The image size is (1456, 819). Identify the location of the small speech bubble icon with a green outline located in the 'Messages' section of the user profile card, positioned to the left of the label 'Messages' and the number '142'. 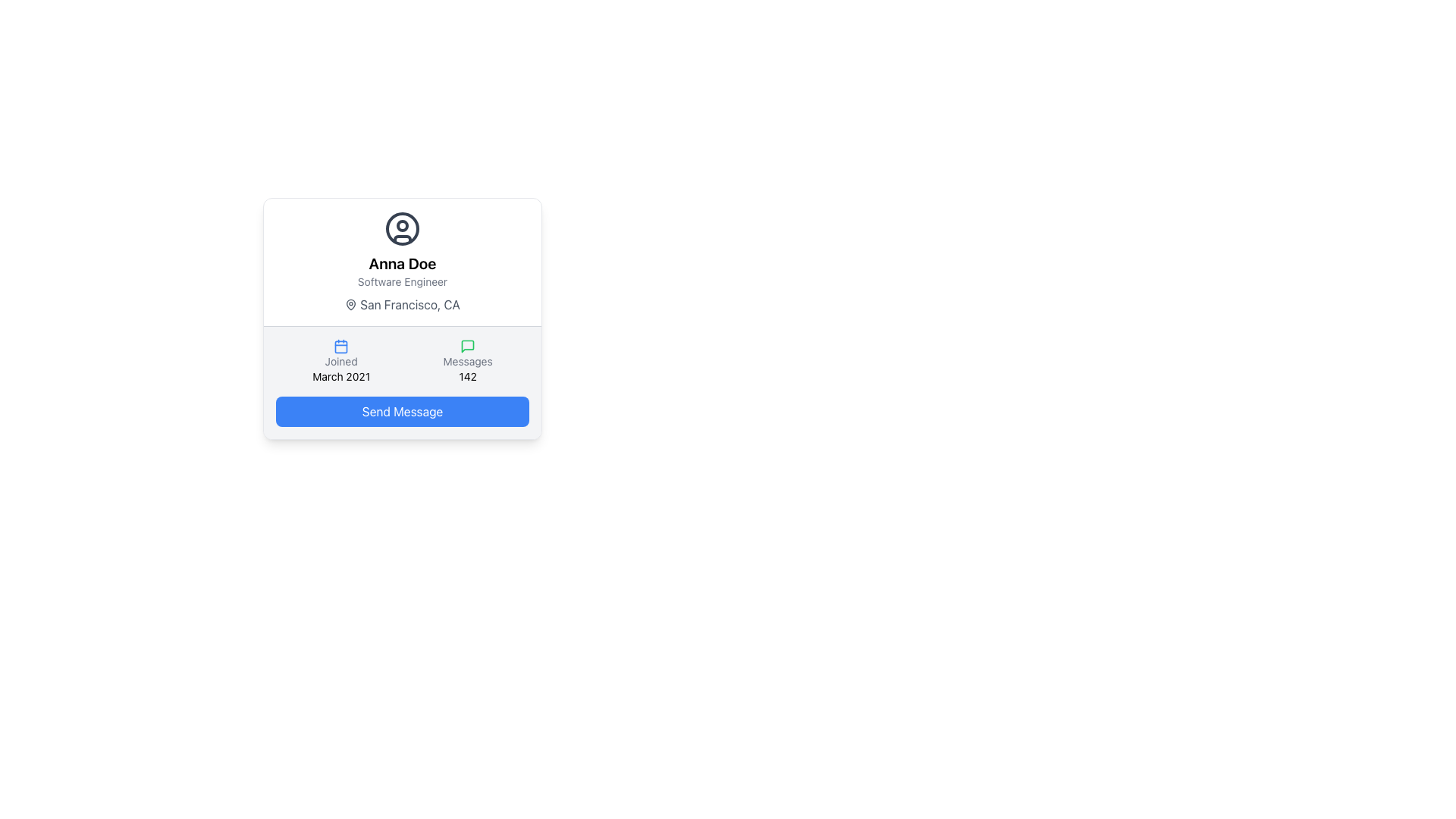
(467, 346).